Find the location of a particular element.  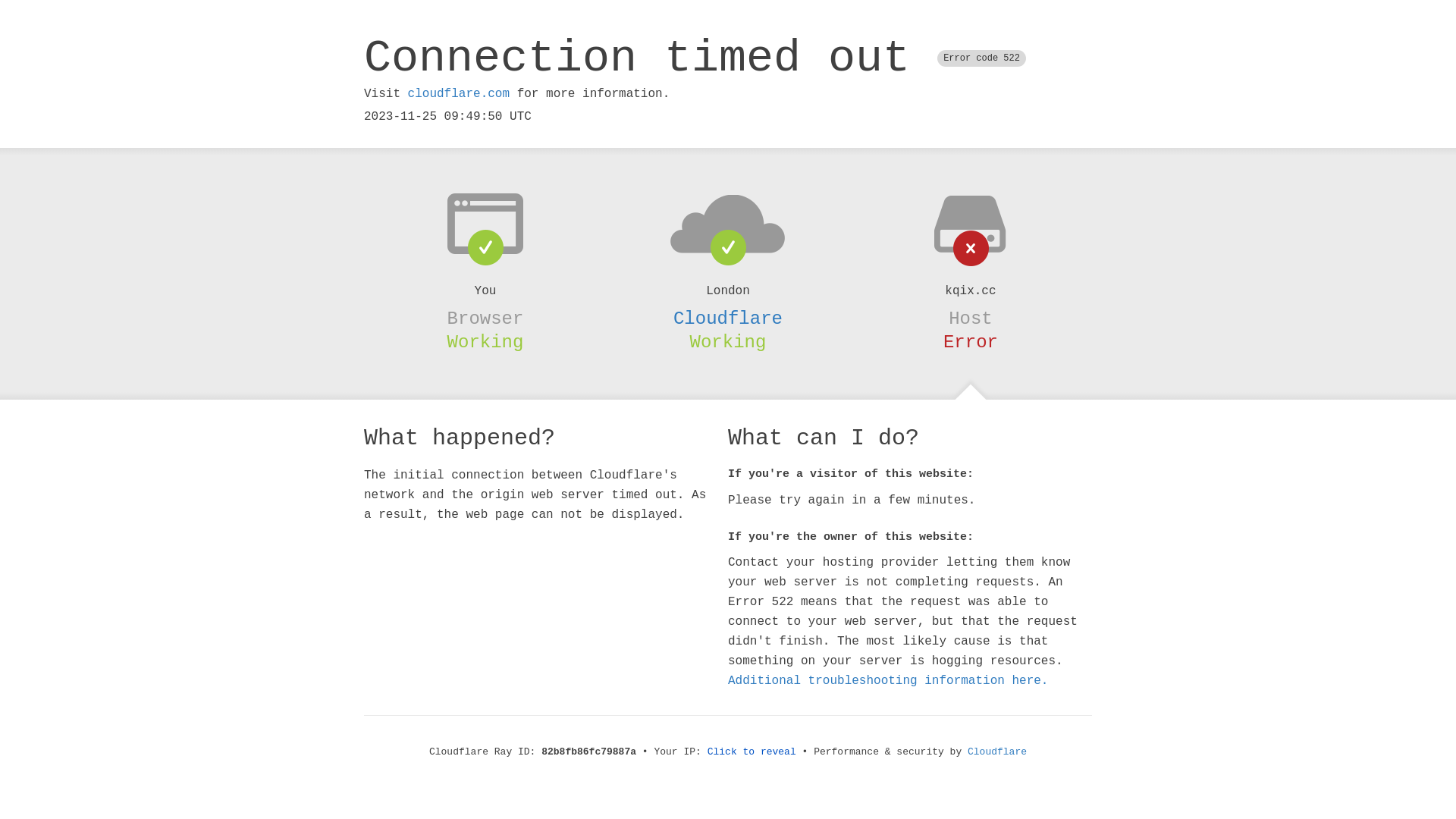

'Click to reveal' is located at coordinates (752, 752).